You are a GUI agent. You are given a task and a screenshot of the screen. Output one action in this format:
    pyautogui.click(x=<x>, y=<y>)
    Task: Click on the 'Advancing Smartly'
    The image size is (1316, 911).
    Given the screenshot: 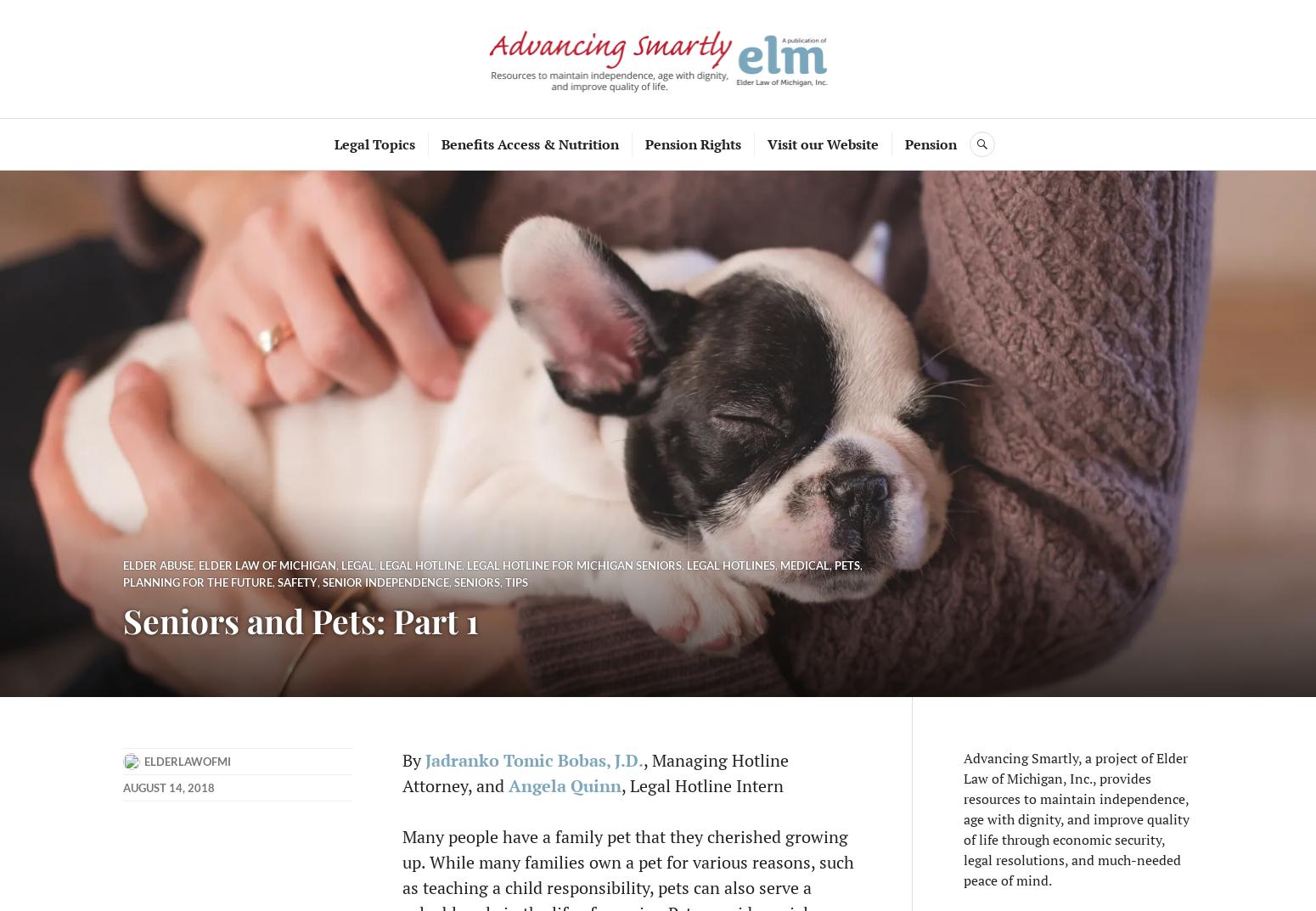 What is the action you would take?
    pyautogui.click(x=658, y=58)
    